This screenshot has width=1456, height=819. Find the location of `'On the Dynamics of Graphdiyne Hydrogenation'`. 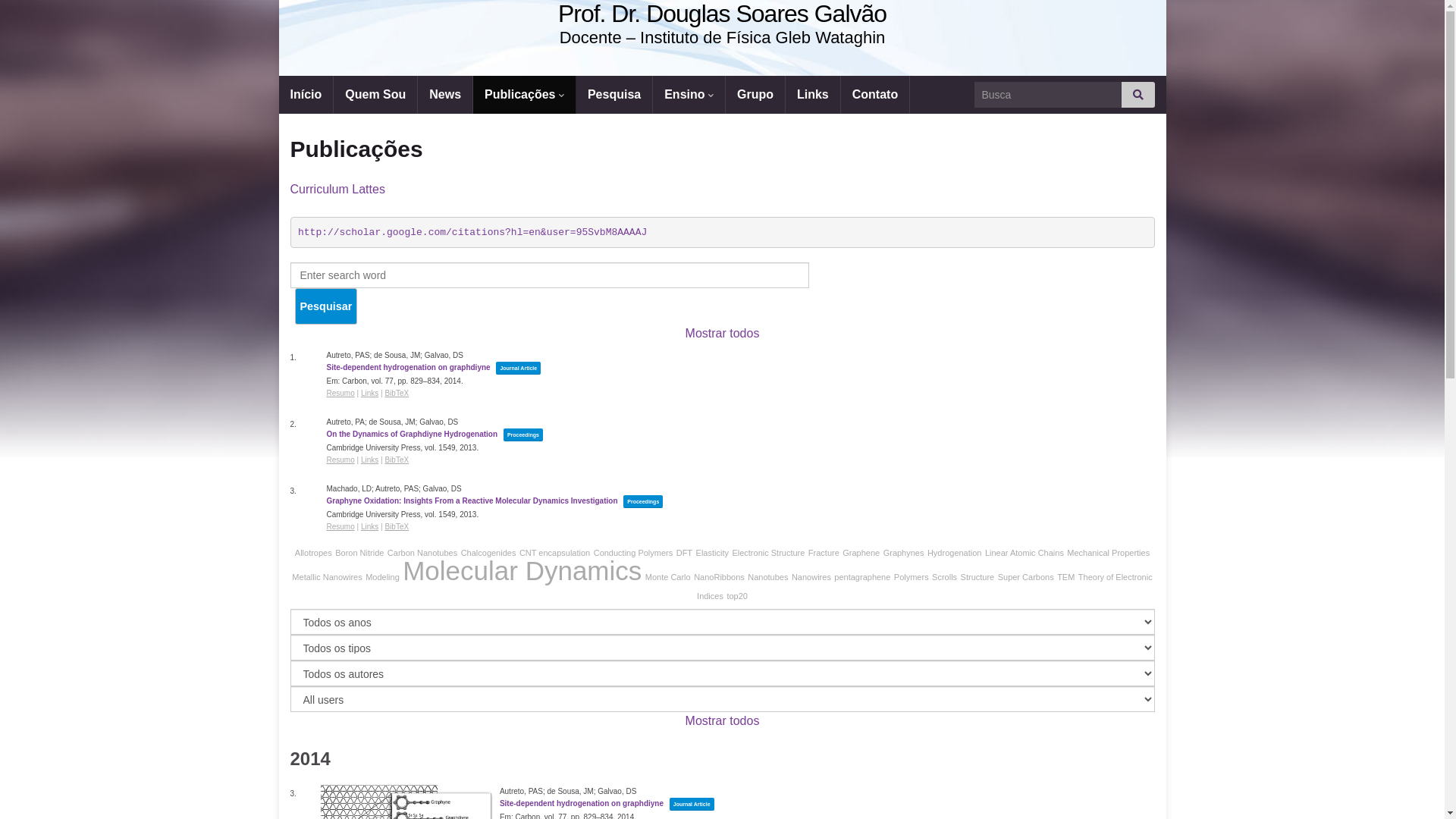

'On the Dynamics of Graphdiyne Hydrogenation' is located at coordinates (325, 434).